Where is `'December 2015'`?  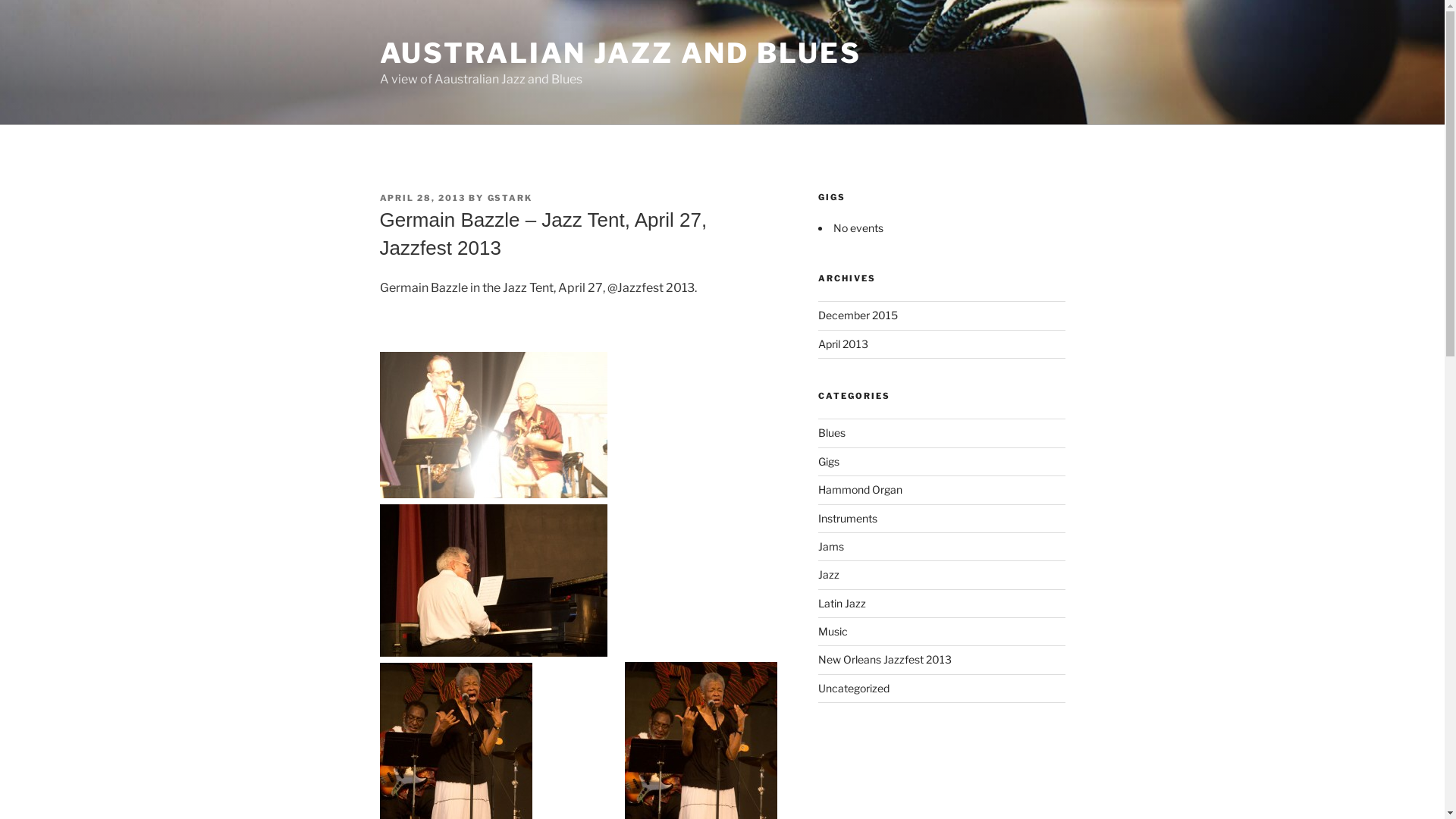
'December 2015' is located at coordinates (817, 314).